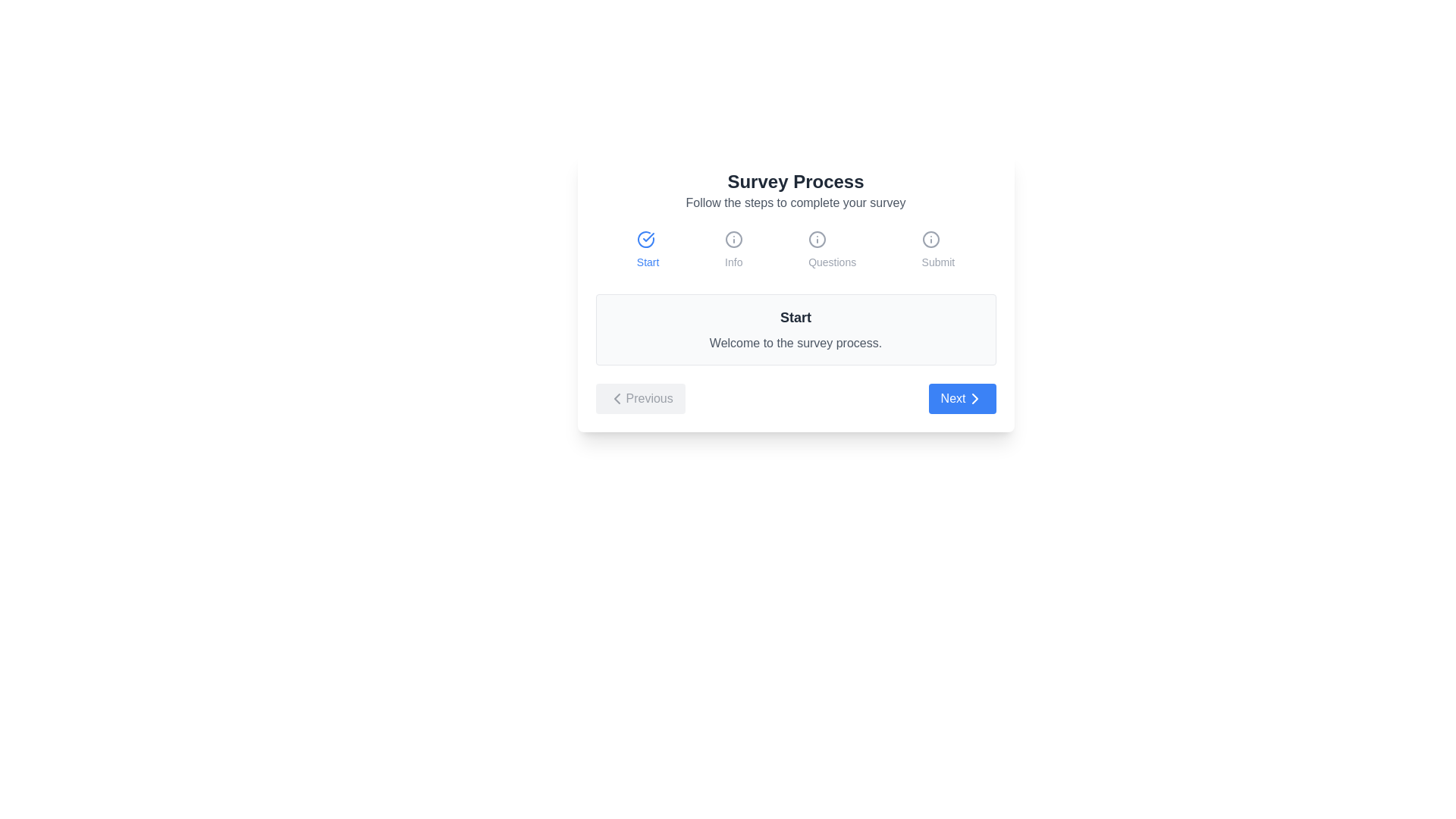 The width and height of the screenshot is (1456, 819). Describe the element at coordinates (795, 249) in the screenshot. I see `the step indicators in the progress tracker` at that location.